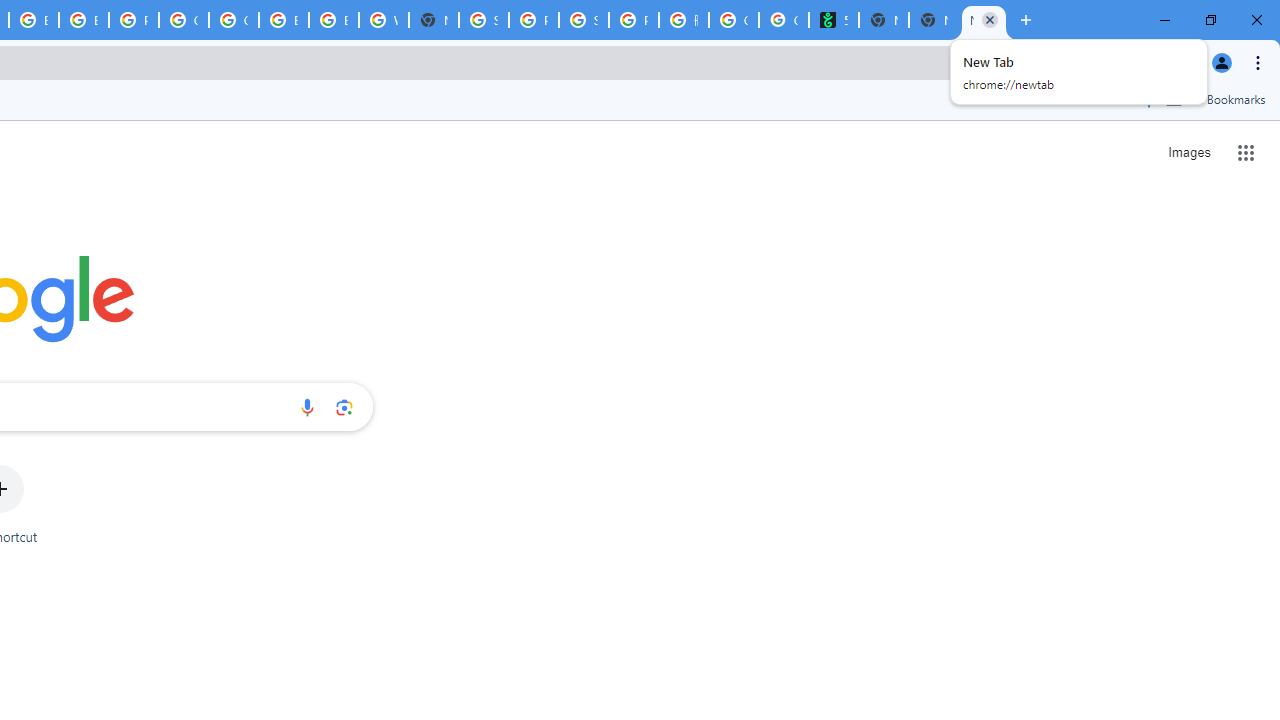  I want to click on 'Browse Chrome as a guest - Computer - Google Chrome Help', so click(282, 20).